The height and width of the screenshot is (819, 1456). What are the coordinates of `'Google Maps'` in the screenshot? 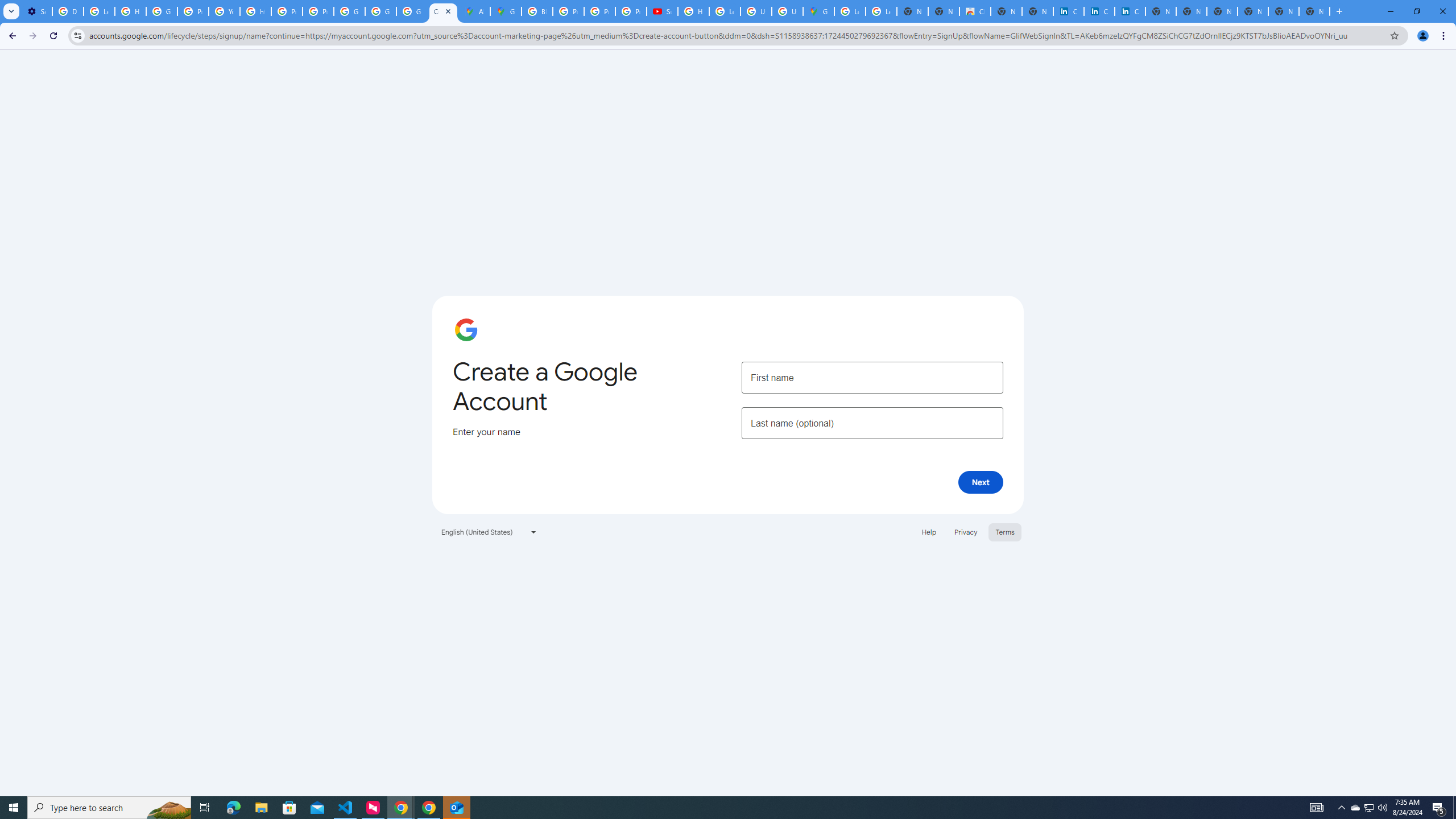 It's located at (505, 11).